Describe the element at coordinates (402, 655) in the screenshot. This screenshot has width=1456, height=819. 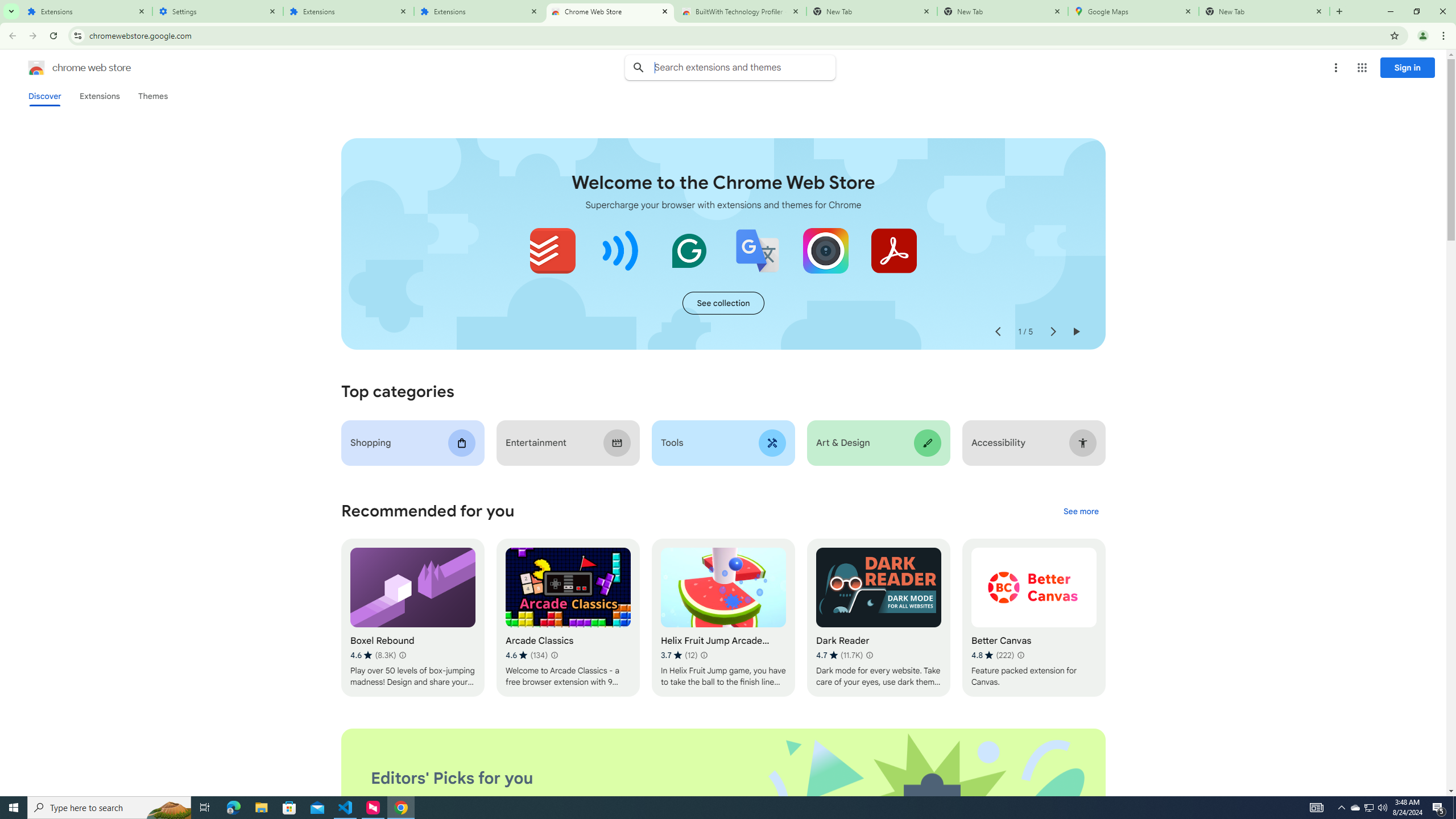
I see `'Learn more about results and reviews "Boxel Rebound"'` at that location.